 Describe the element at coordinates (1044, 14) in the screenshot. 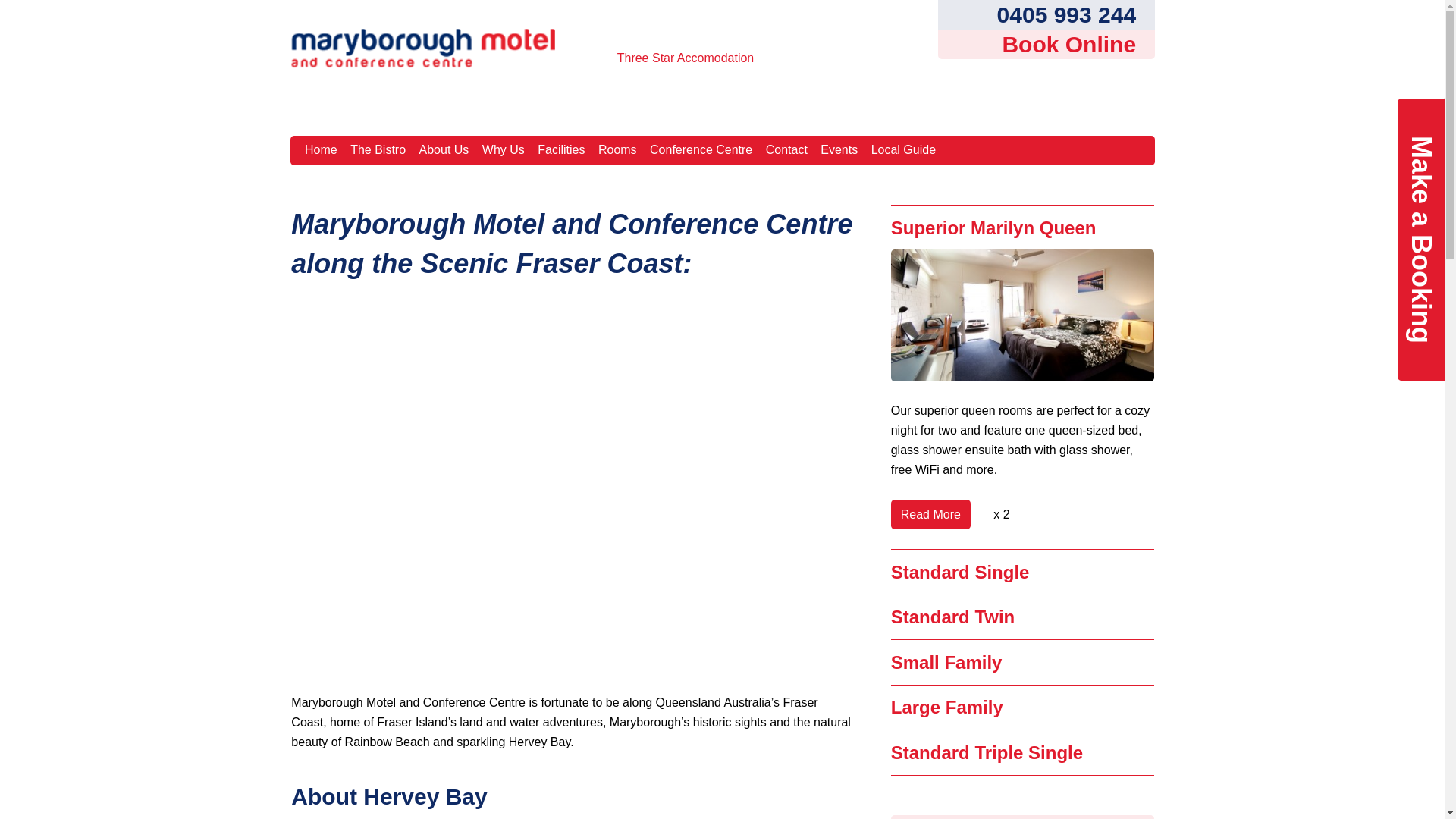

I see `'0405 993 244'` at that location.